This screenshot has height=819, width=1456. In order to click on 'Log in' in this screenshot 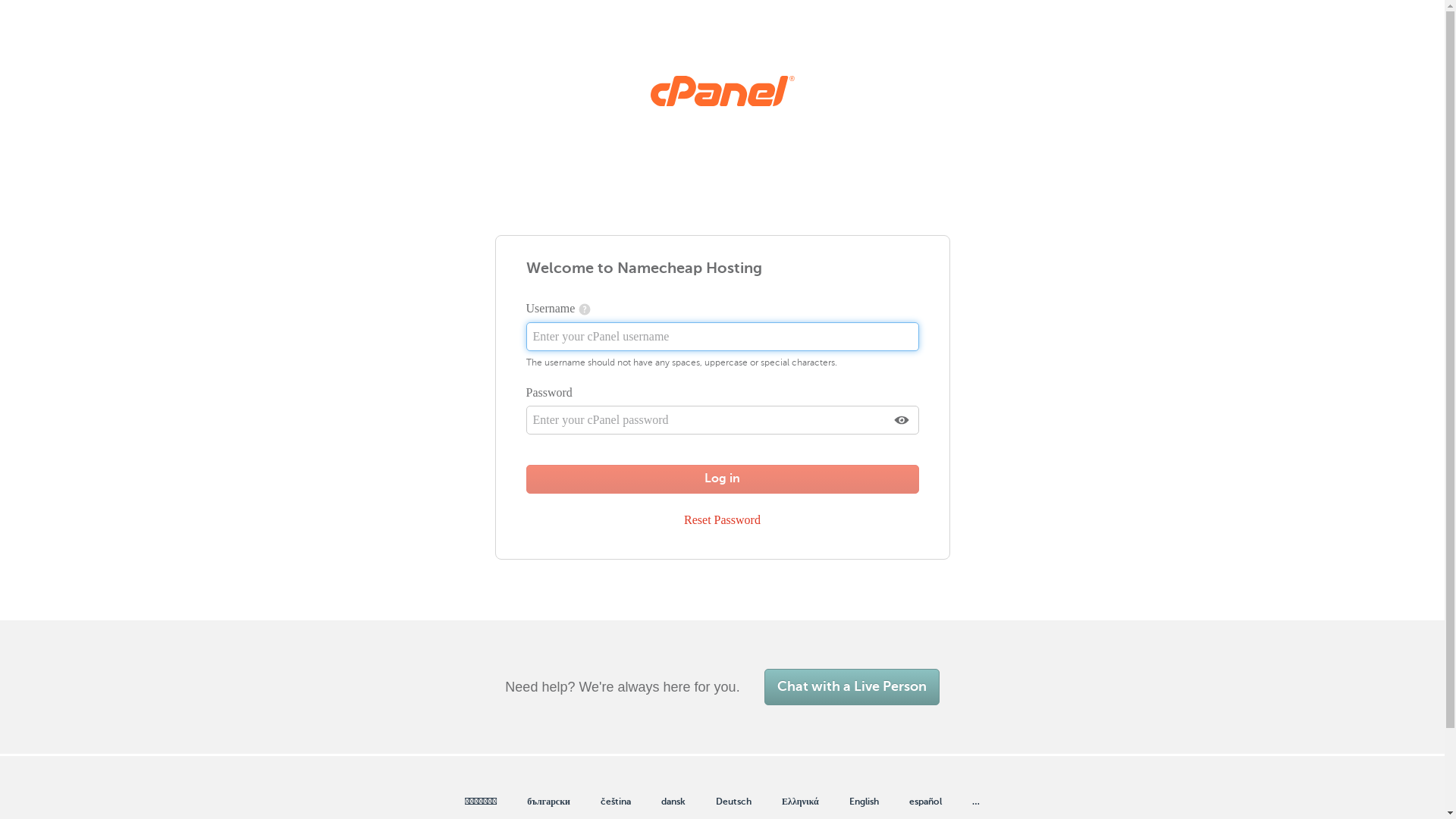, I will do `click(722, 479)`.